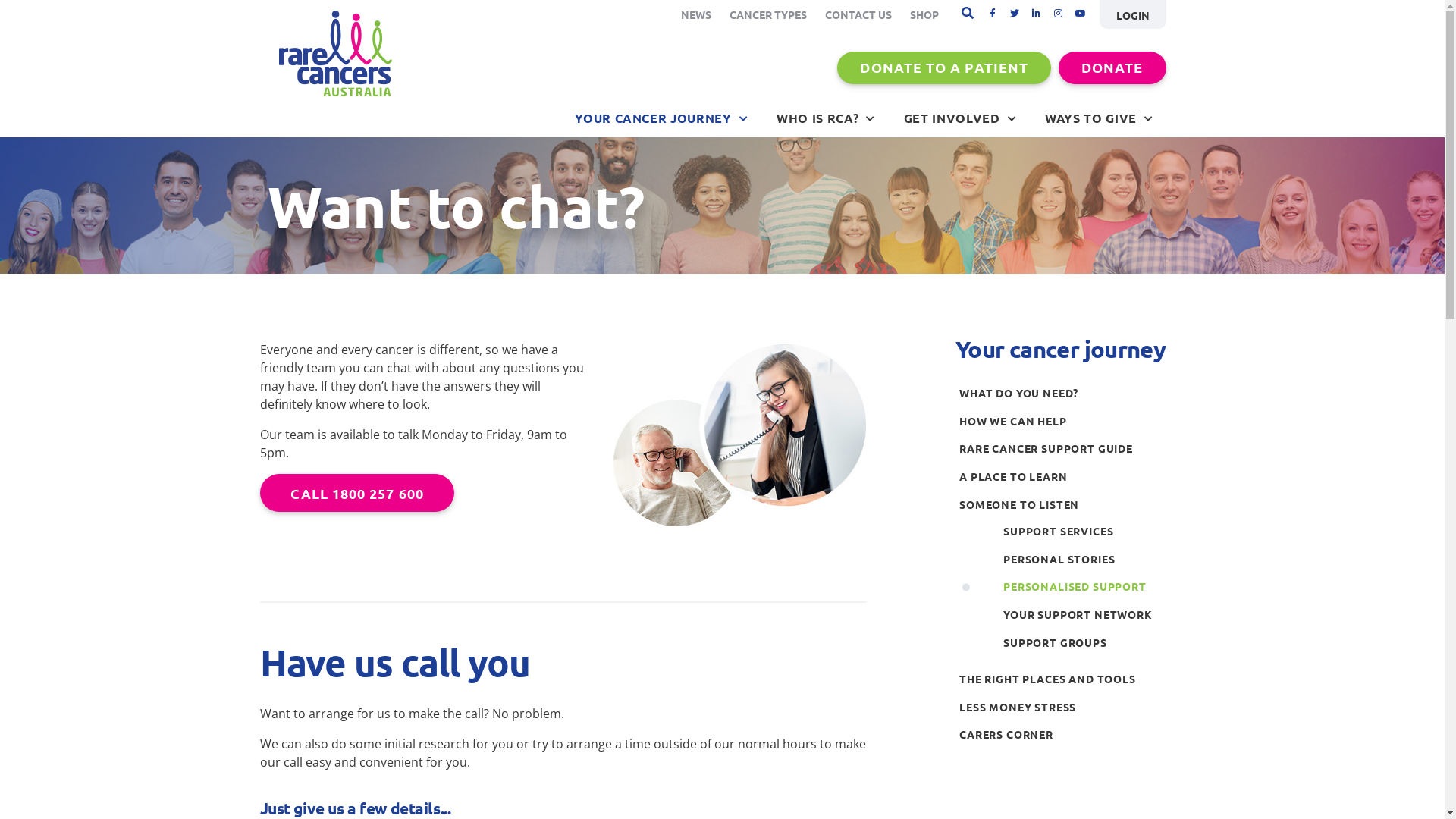 The image size is (1456, 819). What do you see at coordinates (1059, 349) in the screenshot?
I see `'Your cancer journey'` at bounding box center [1059, 349].